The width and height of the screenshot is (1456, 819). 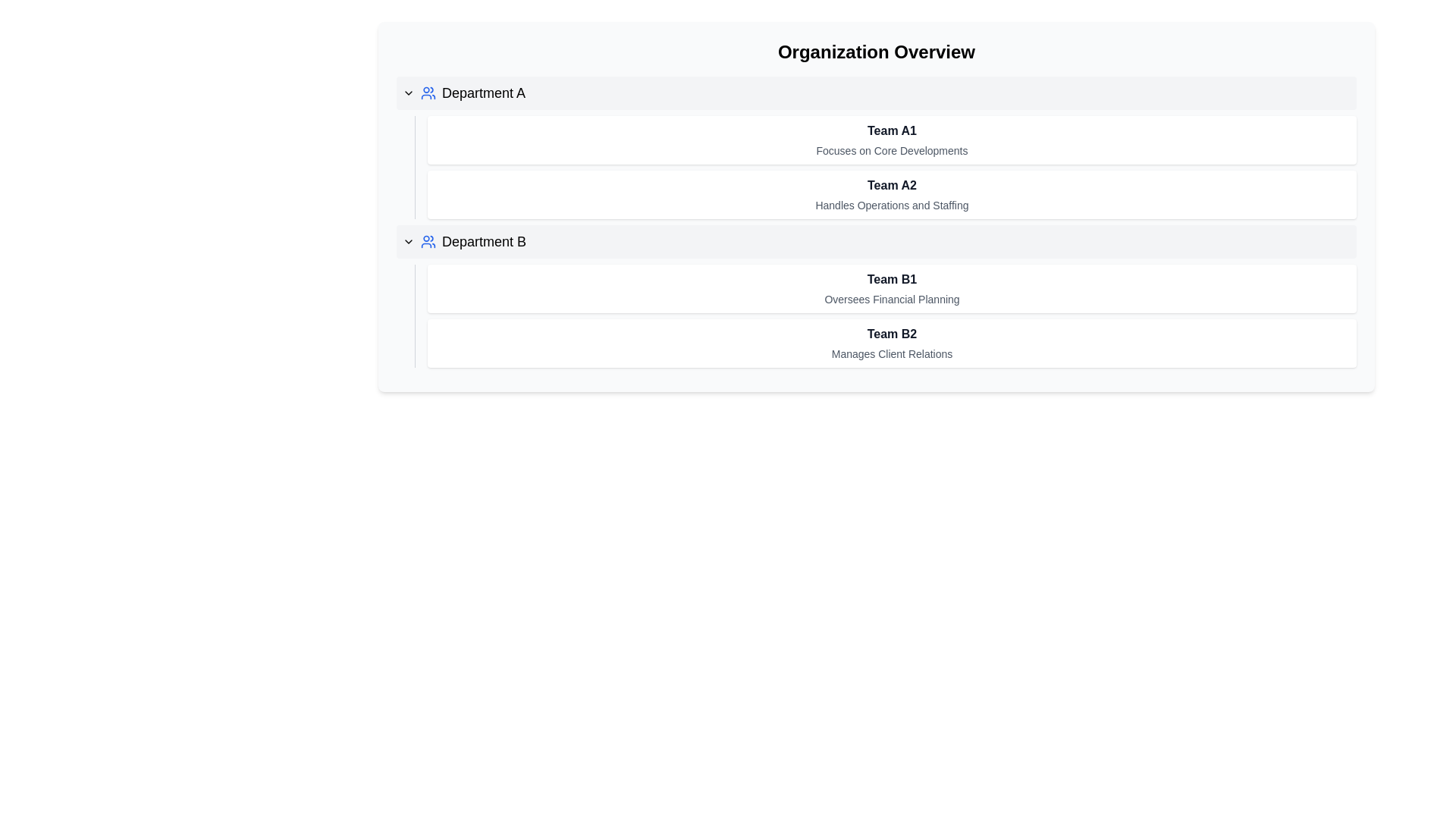 What do you see at coordinates (892, 333) in the screenshot?
I see `the label reading 'Team B2' which is positioned in the second slot under 'Department B' in the middle section of the interface, preceding the text 'Manages Client Relations'` at bounding box center [892, 333].